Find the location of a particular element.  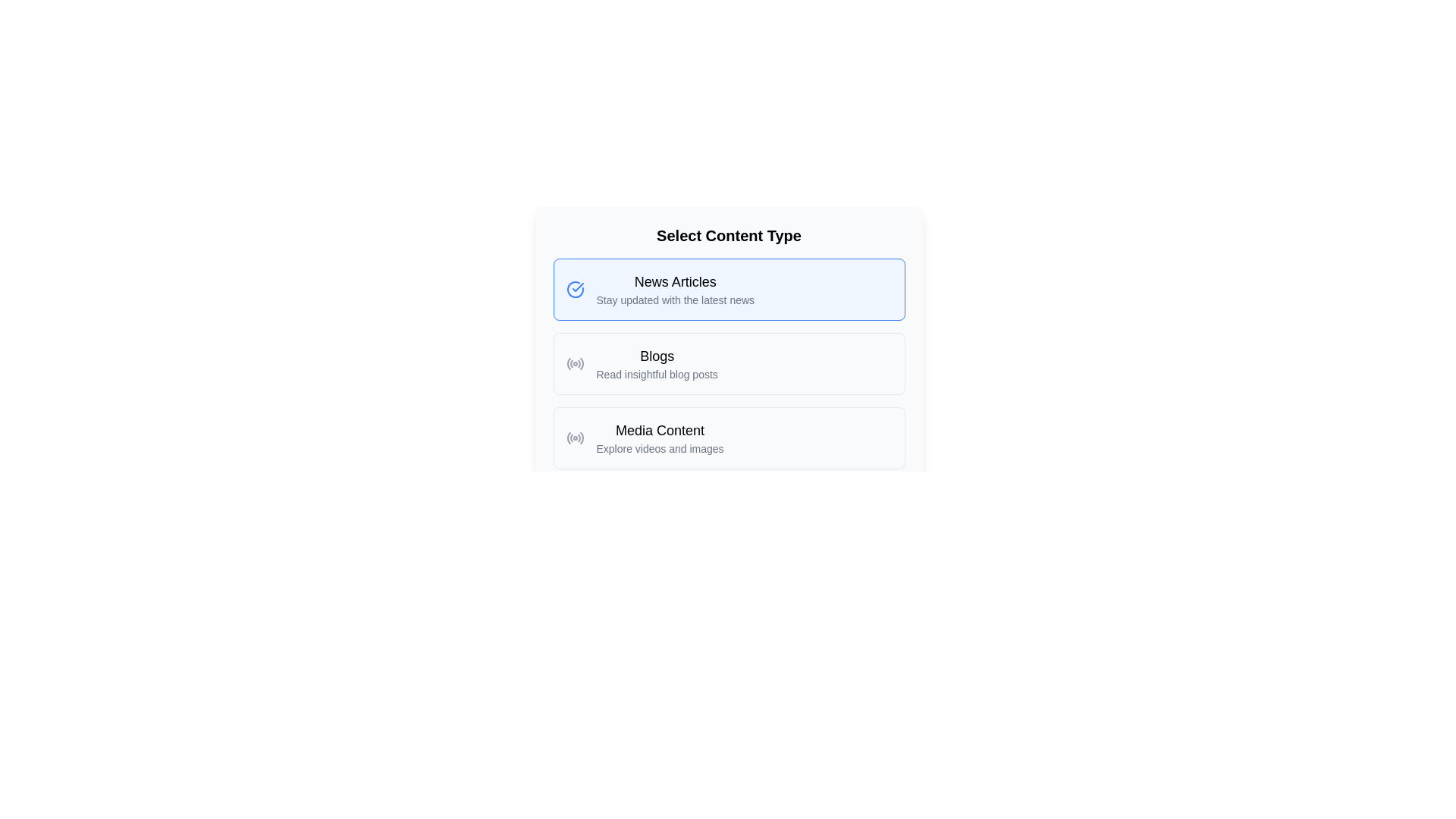

the selectable list item labeled 'Blogs' is located at coordinates (642, 363).